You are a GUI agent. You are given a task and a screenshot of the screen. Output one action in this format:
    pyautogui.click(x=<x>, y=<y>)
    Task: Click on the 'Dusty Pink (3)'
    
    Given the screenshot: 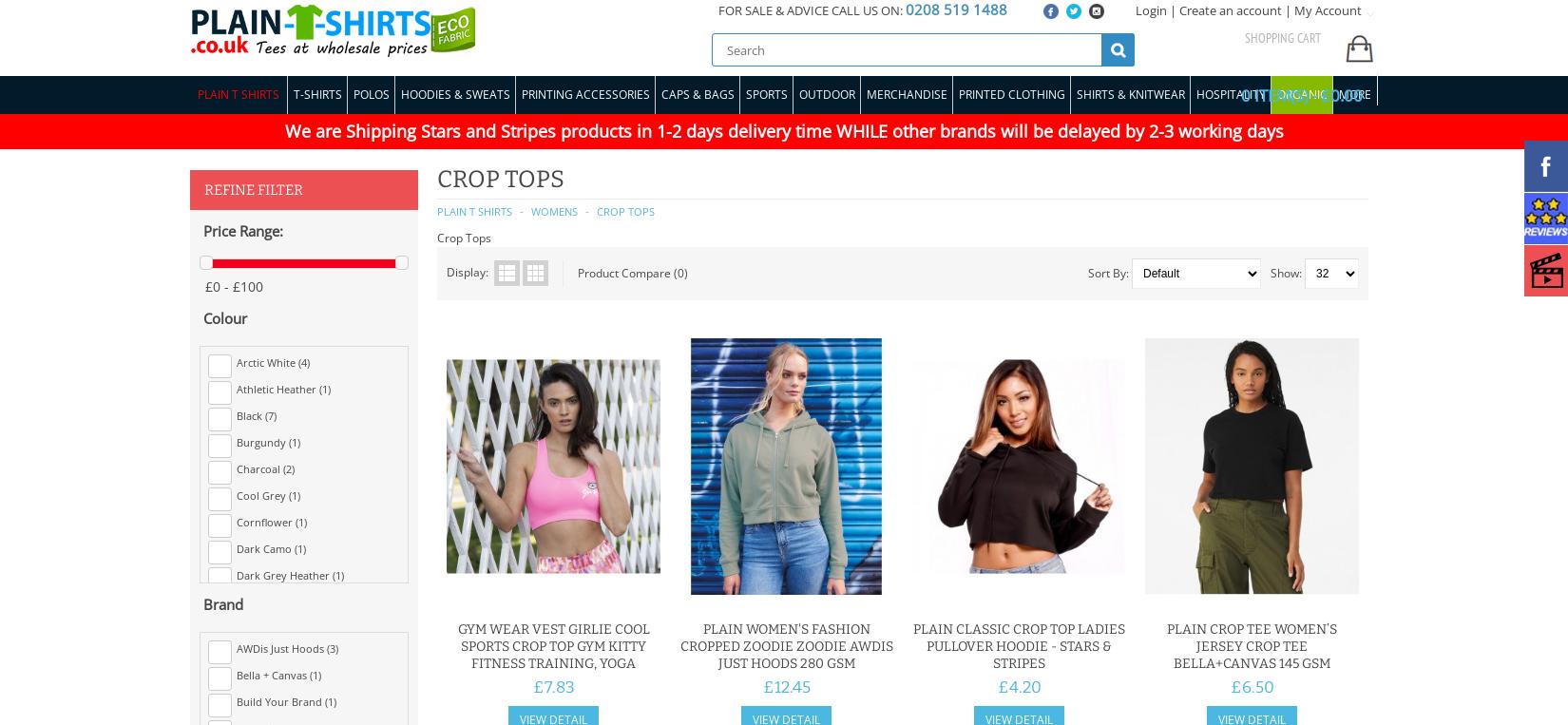 What is the action you would take?
    pyautogui.click(x=236, y=653)
    